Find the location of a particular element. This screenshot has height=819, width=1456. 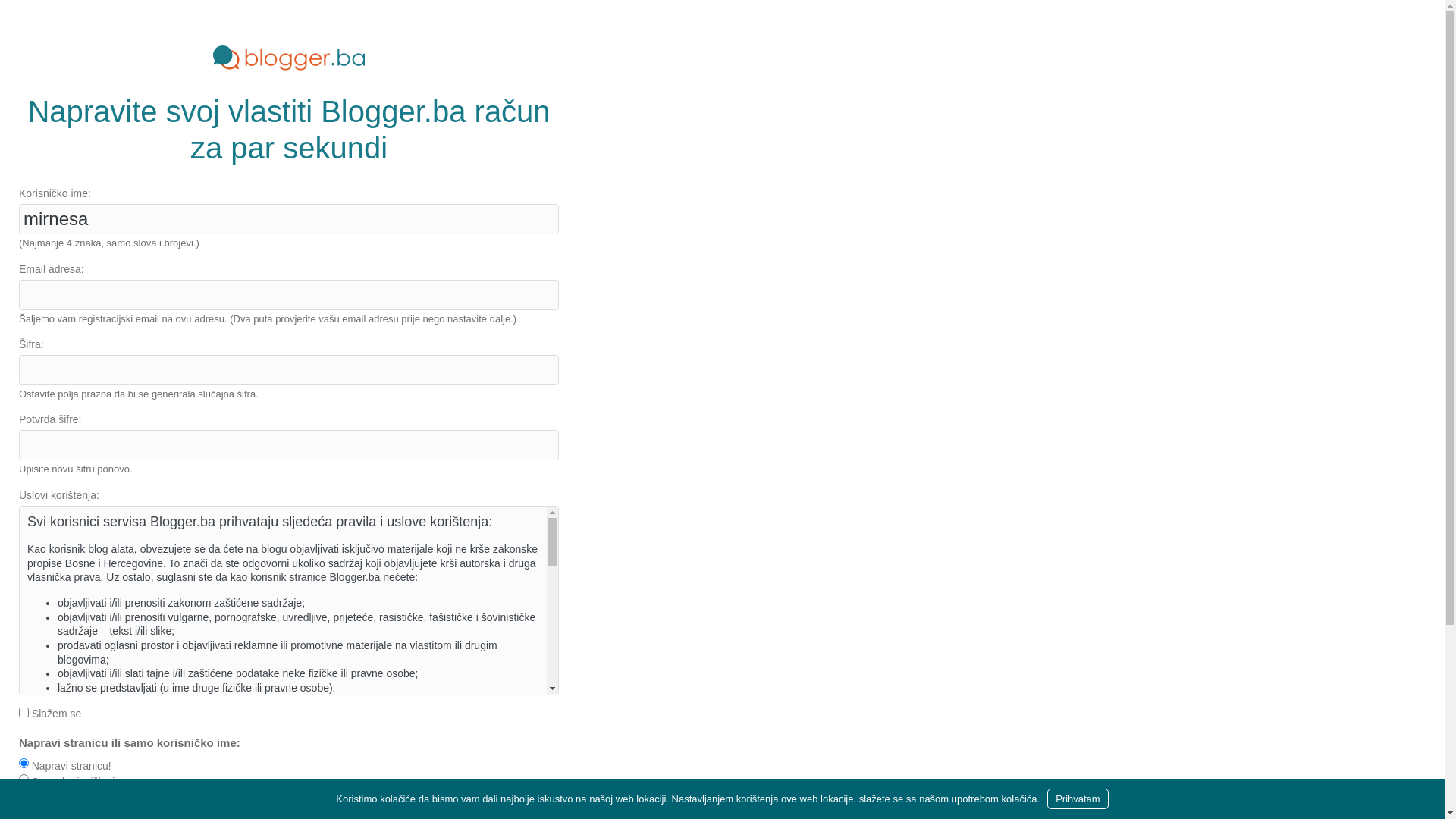

'Prihvatam' is located at coordinates (1077, 798).